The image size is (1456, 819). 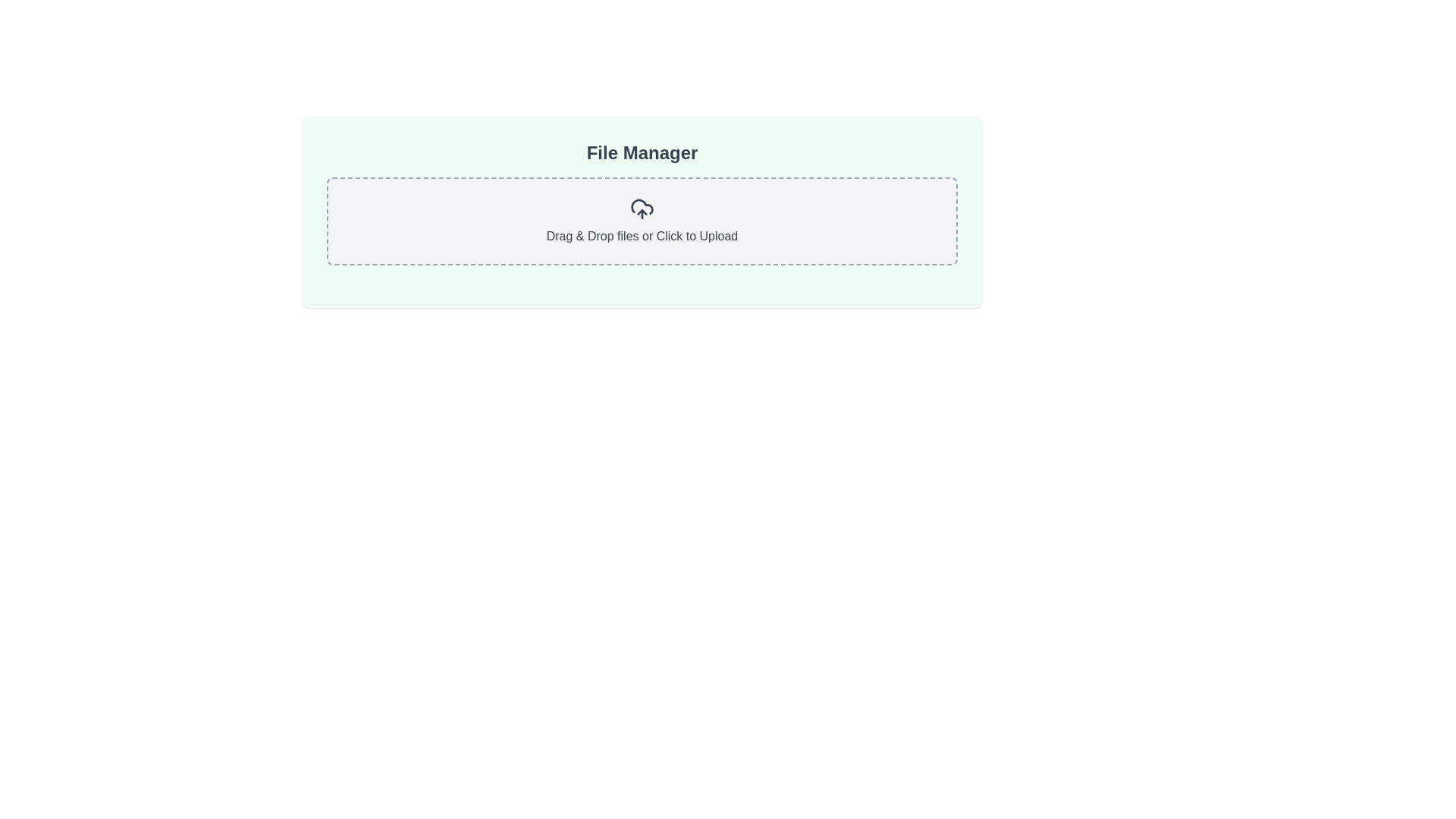 What do you see at coordinates (642, 152) in the screenshot?
I see `the centered text label with the bold heading 'File Manager' at the top of the box with a light green background` at bounding box center [642, 152].